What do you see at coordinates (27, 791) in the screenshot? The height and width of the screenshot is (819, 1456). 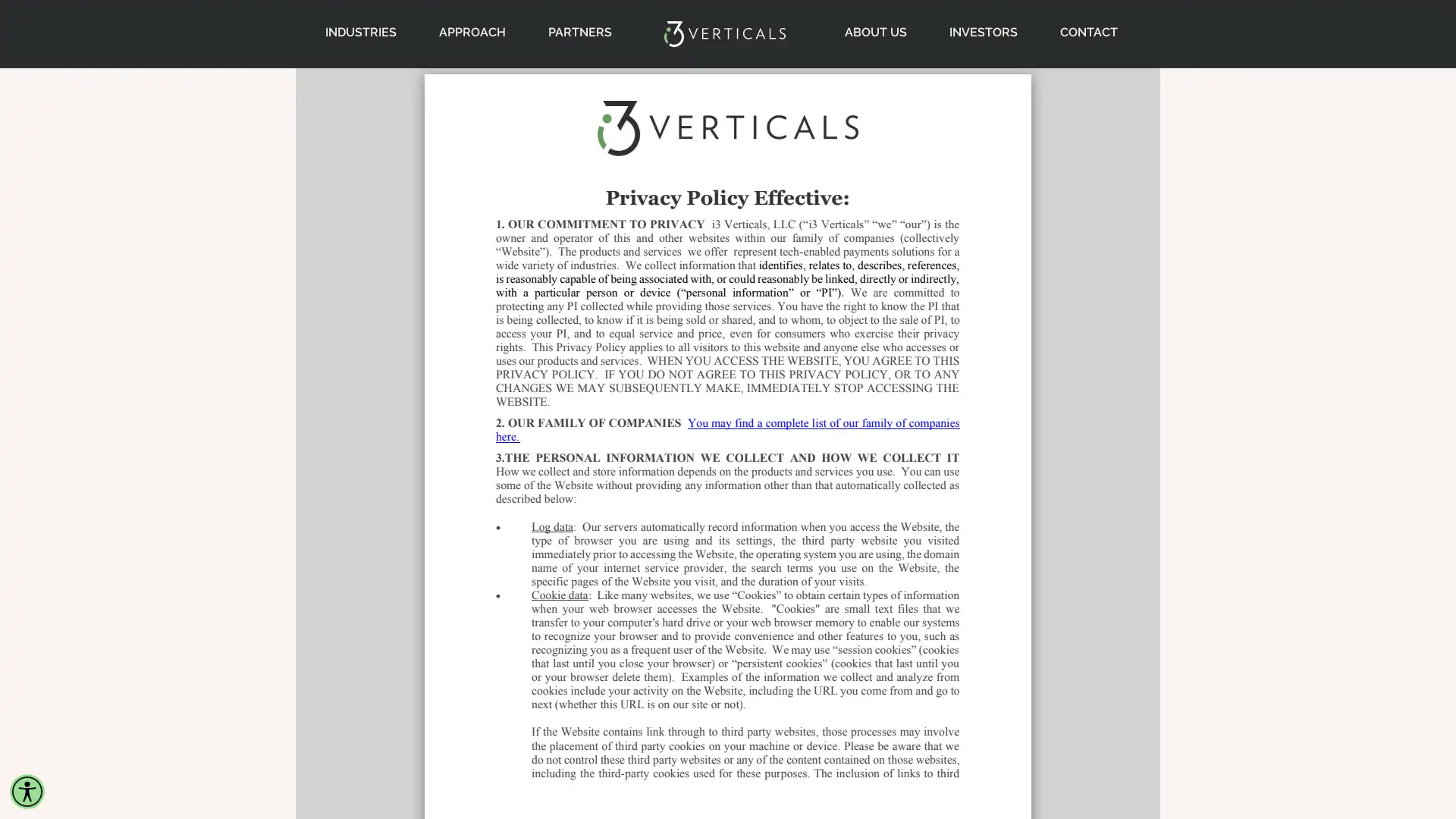 I see `Accessibility Menu` at bounding box center [27, 791].